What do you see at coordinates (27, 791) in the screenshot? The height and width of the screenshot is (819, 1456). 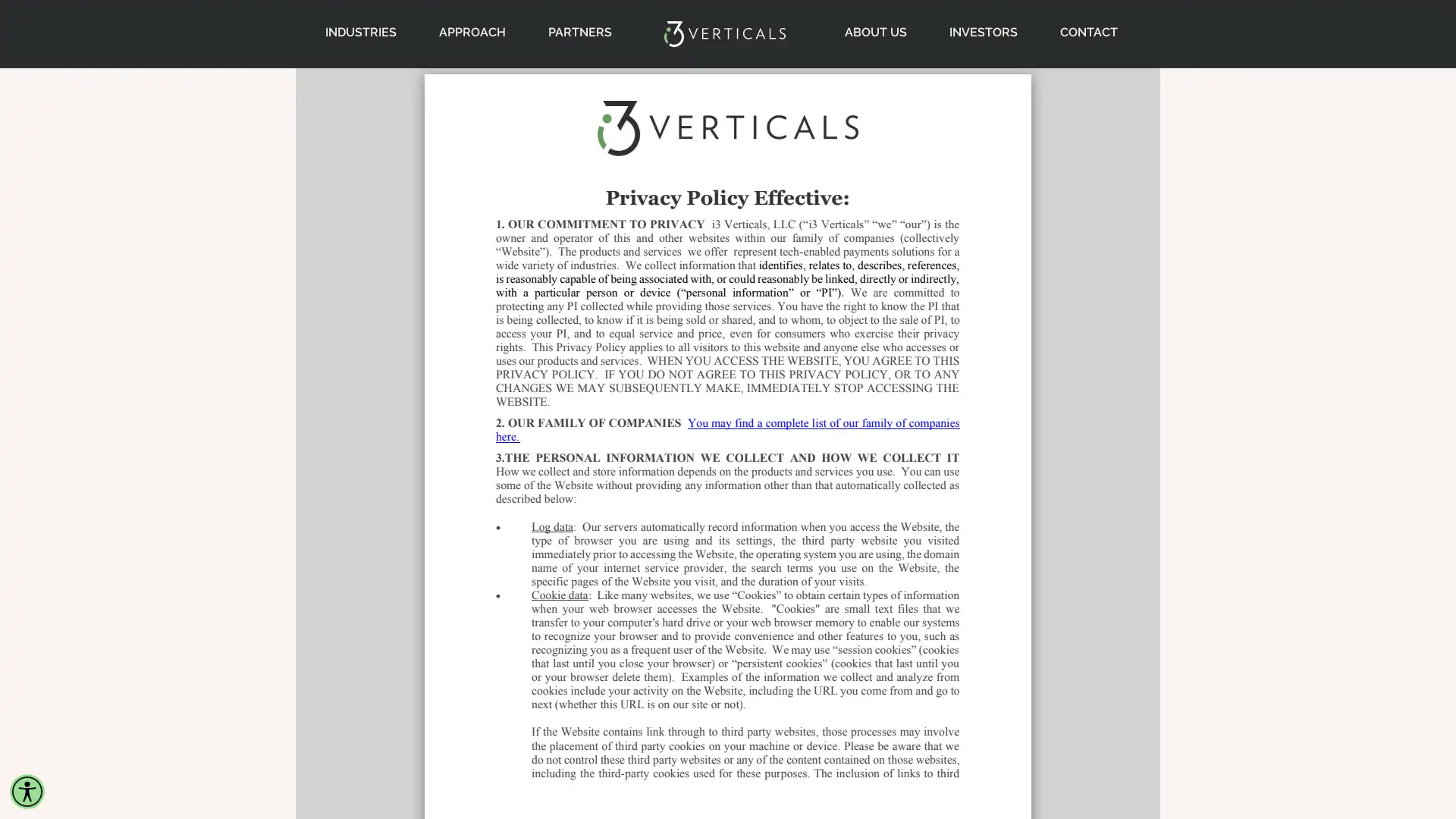 I see `Accessibility Menu` at bounding box center [27, 791].